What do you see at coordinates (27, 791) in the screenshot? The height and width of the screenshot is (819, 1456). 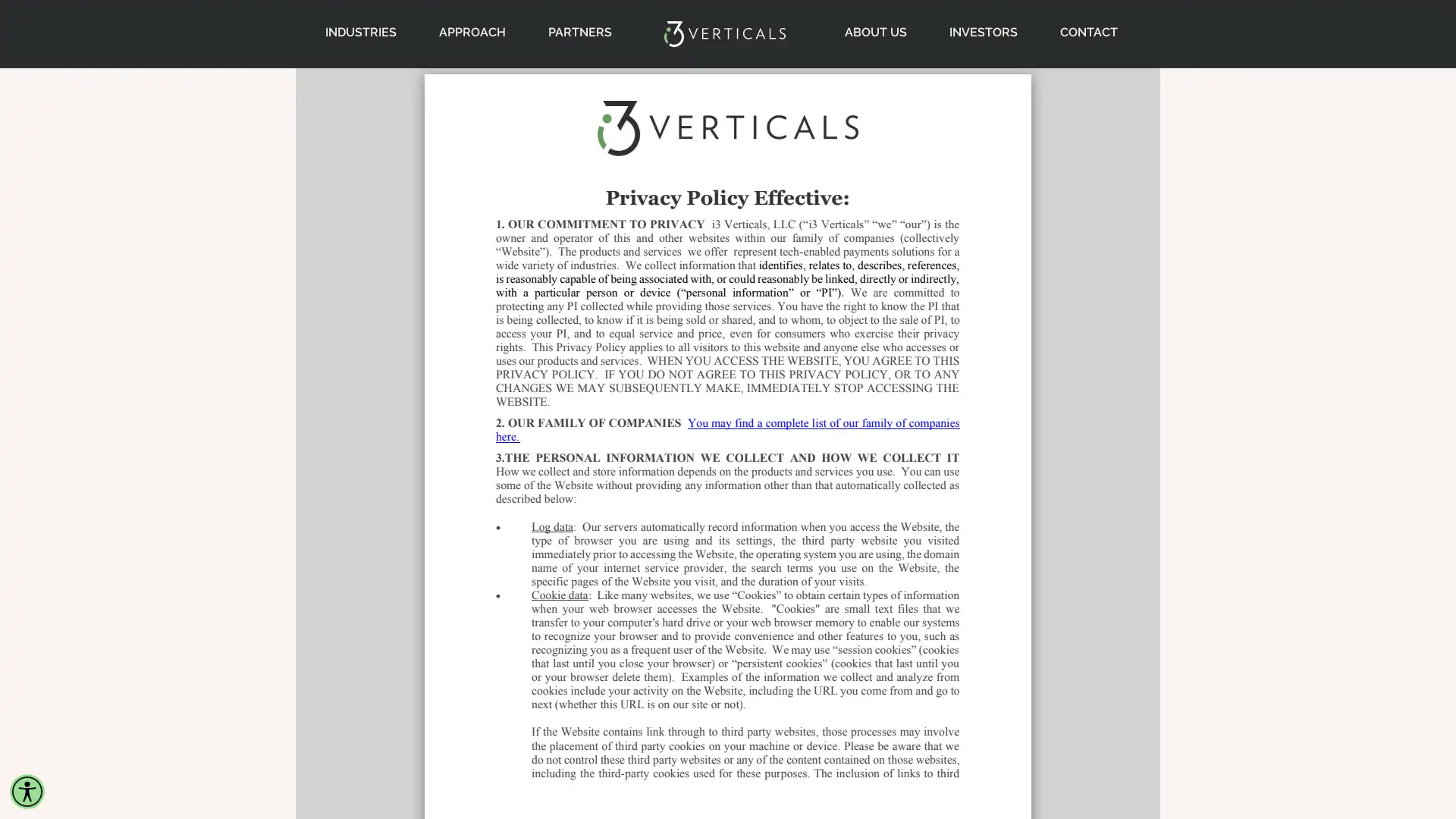 I see `Accessibility Menu` at bounding box center [27, 791].